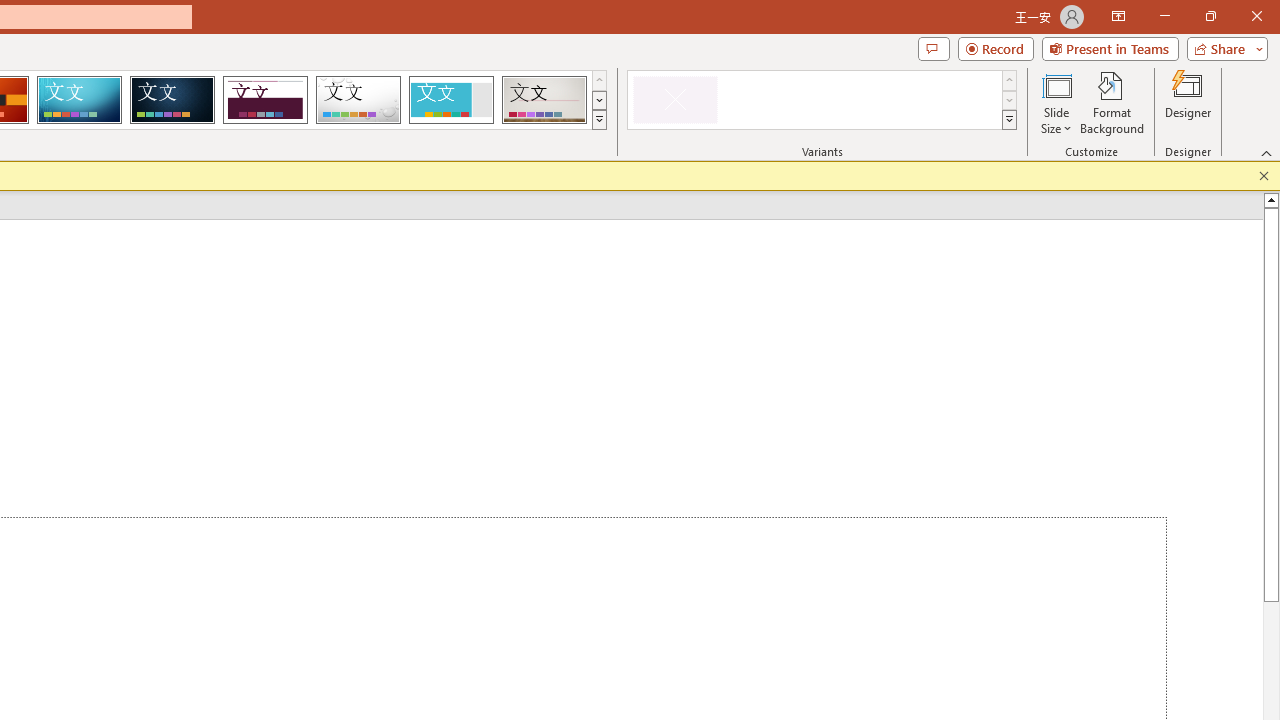 Image resolution: width=1280 pixels, height=720 pixels. I want to click on 'Themes', so click(598, 120).